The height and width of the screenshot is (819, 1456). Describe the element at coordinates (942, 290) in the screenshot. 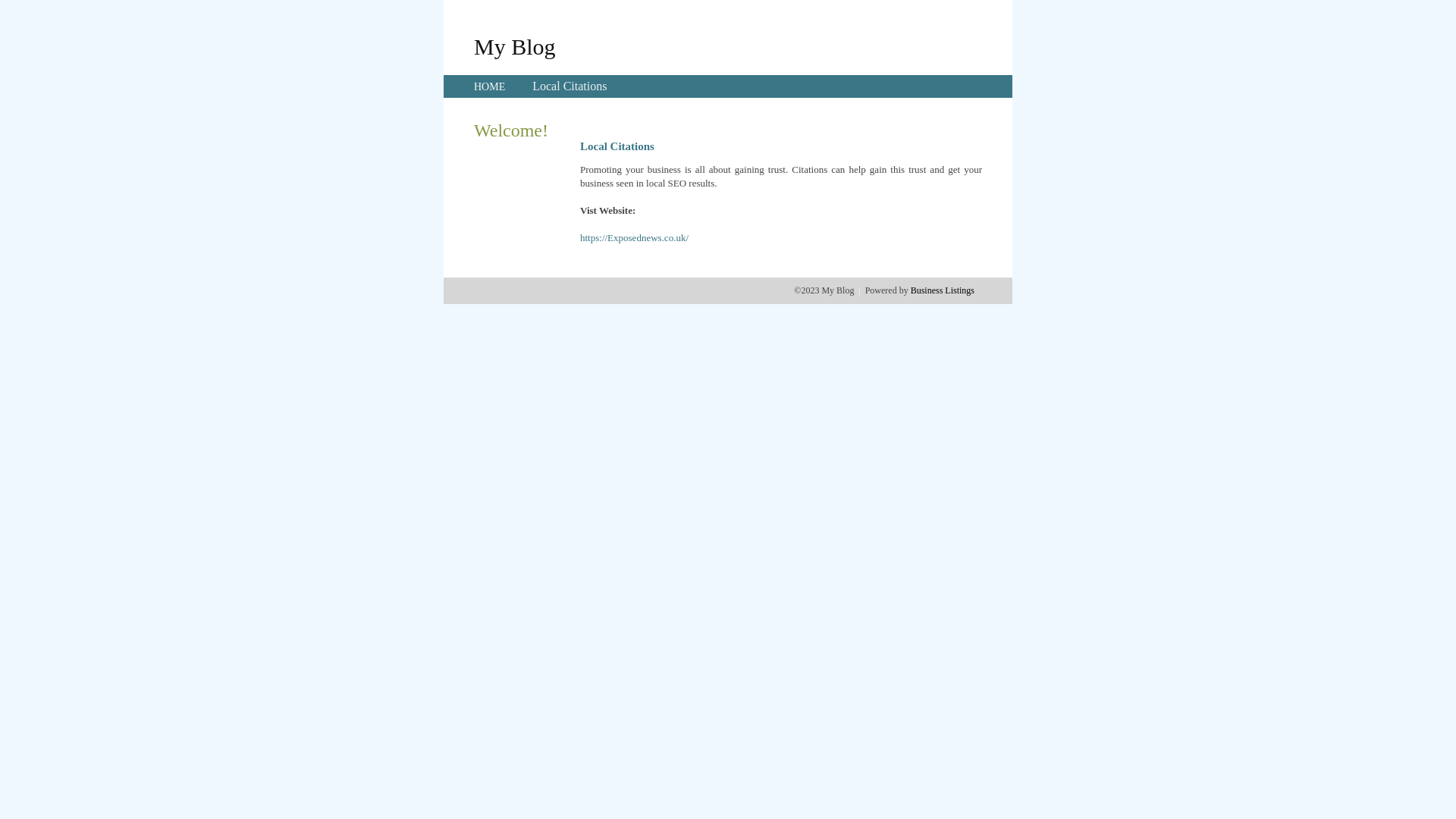

I see `'Business Listings'` at that location.